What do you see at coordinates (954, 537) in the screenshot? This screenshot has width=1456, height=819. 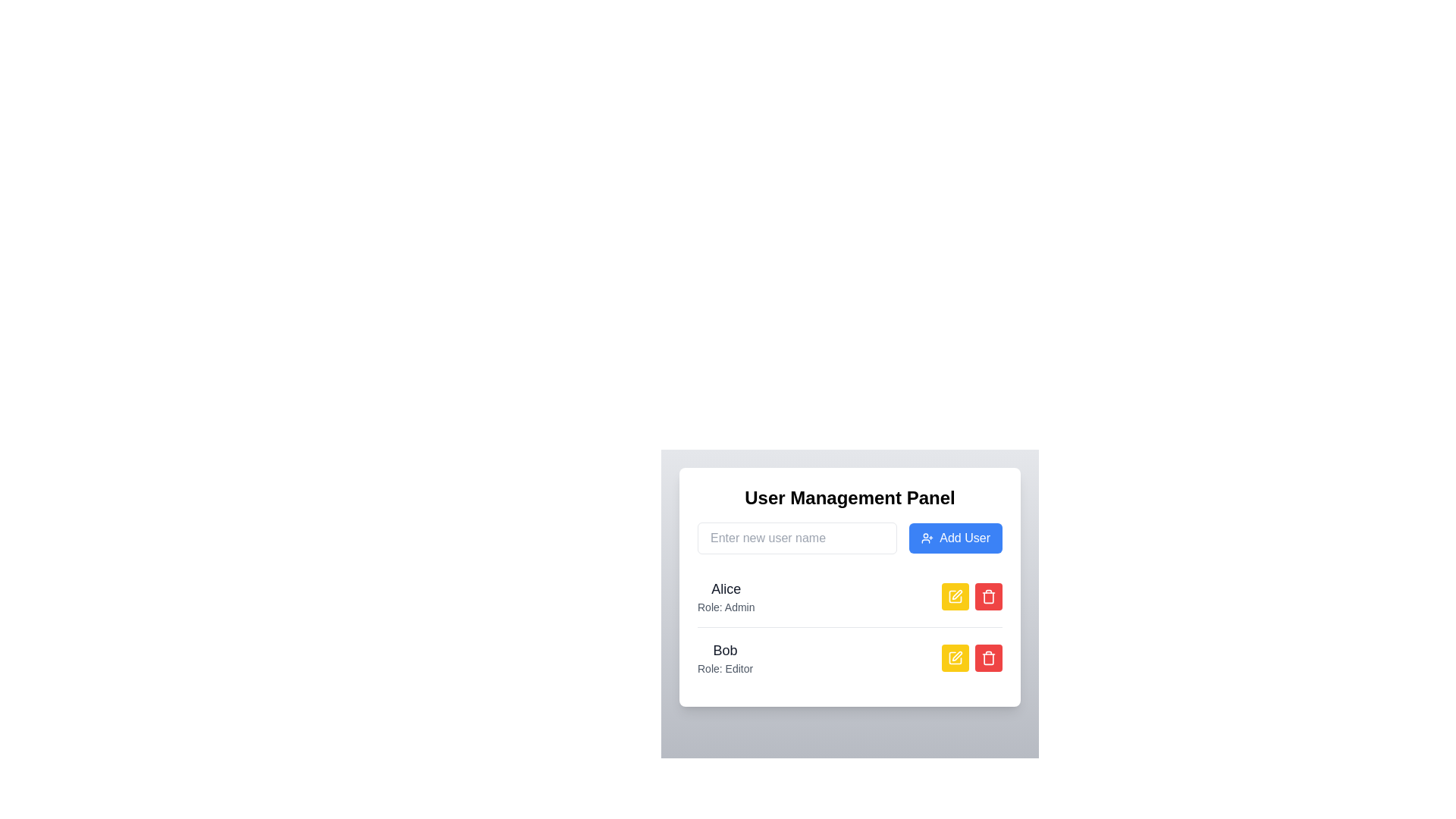 I see `the submit button located to the right of the username input field` at bounding box center [954, 537].